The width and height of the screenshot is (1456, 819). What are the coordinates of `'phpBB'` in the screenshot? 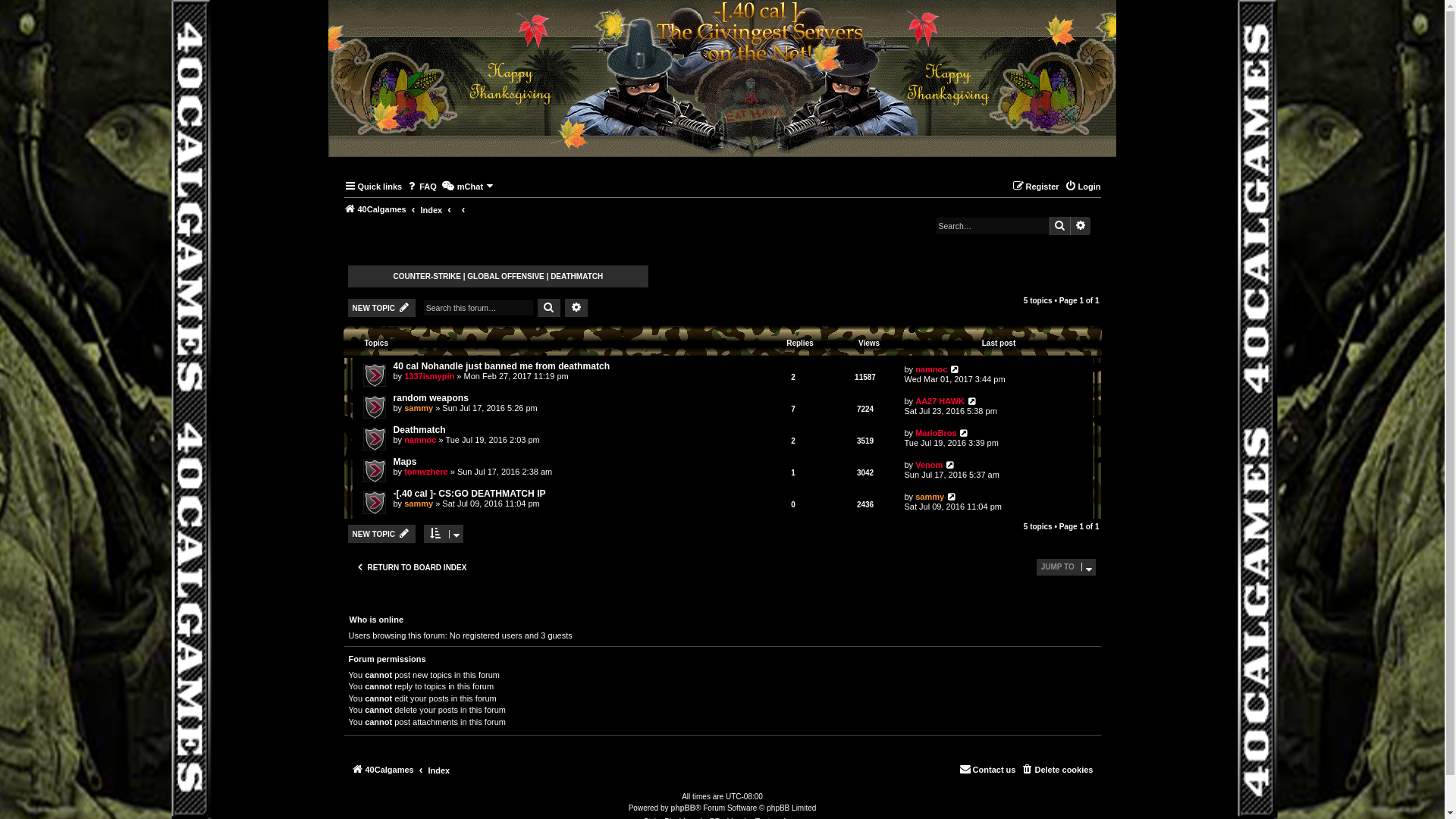 It's located at (682, 807).